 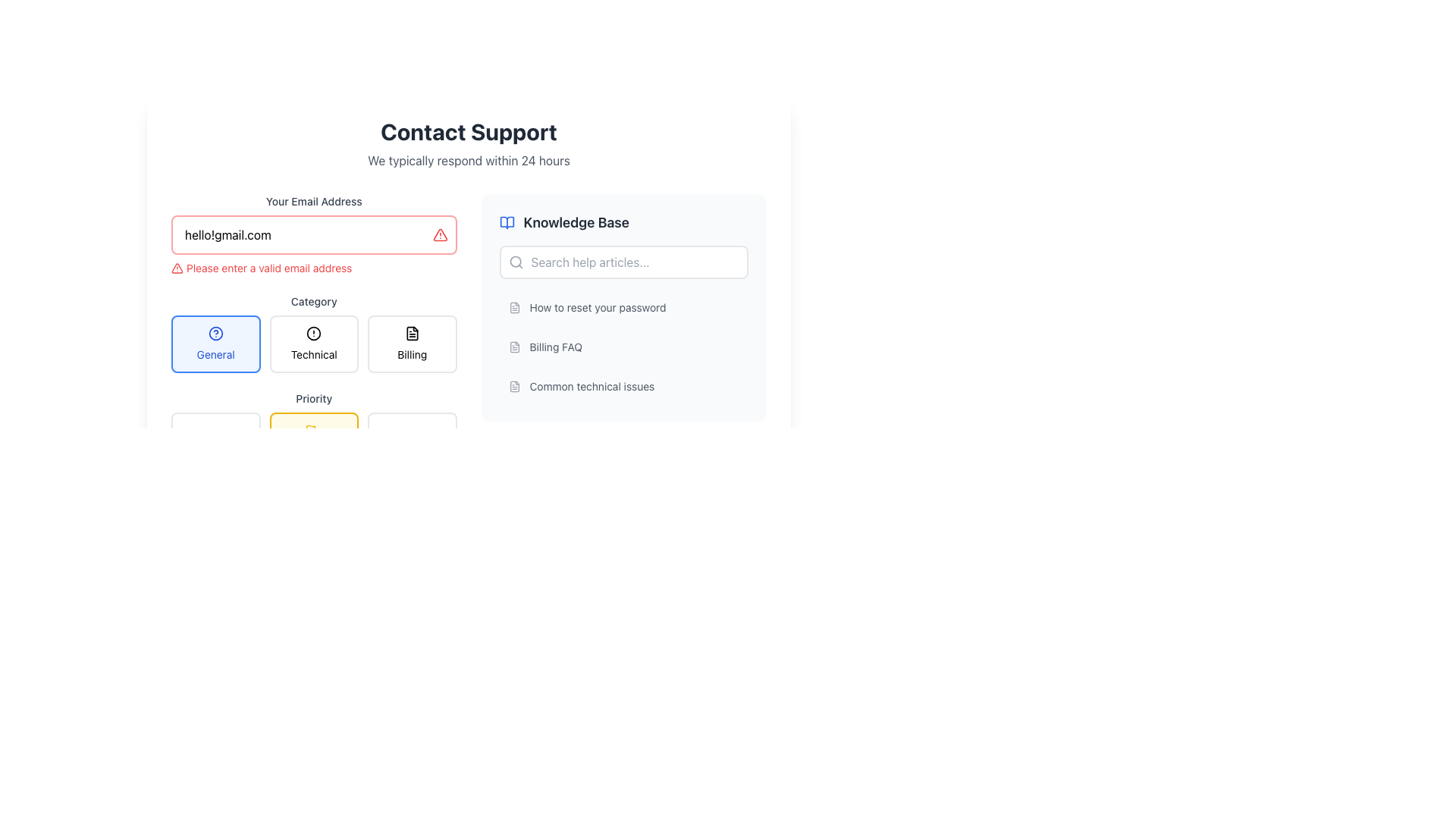 I want to click on the circular outlined icon located at the top-center of the 'Technical' box, which has a central vertical line and a dot inside, so click(x=313, y=332).